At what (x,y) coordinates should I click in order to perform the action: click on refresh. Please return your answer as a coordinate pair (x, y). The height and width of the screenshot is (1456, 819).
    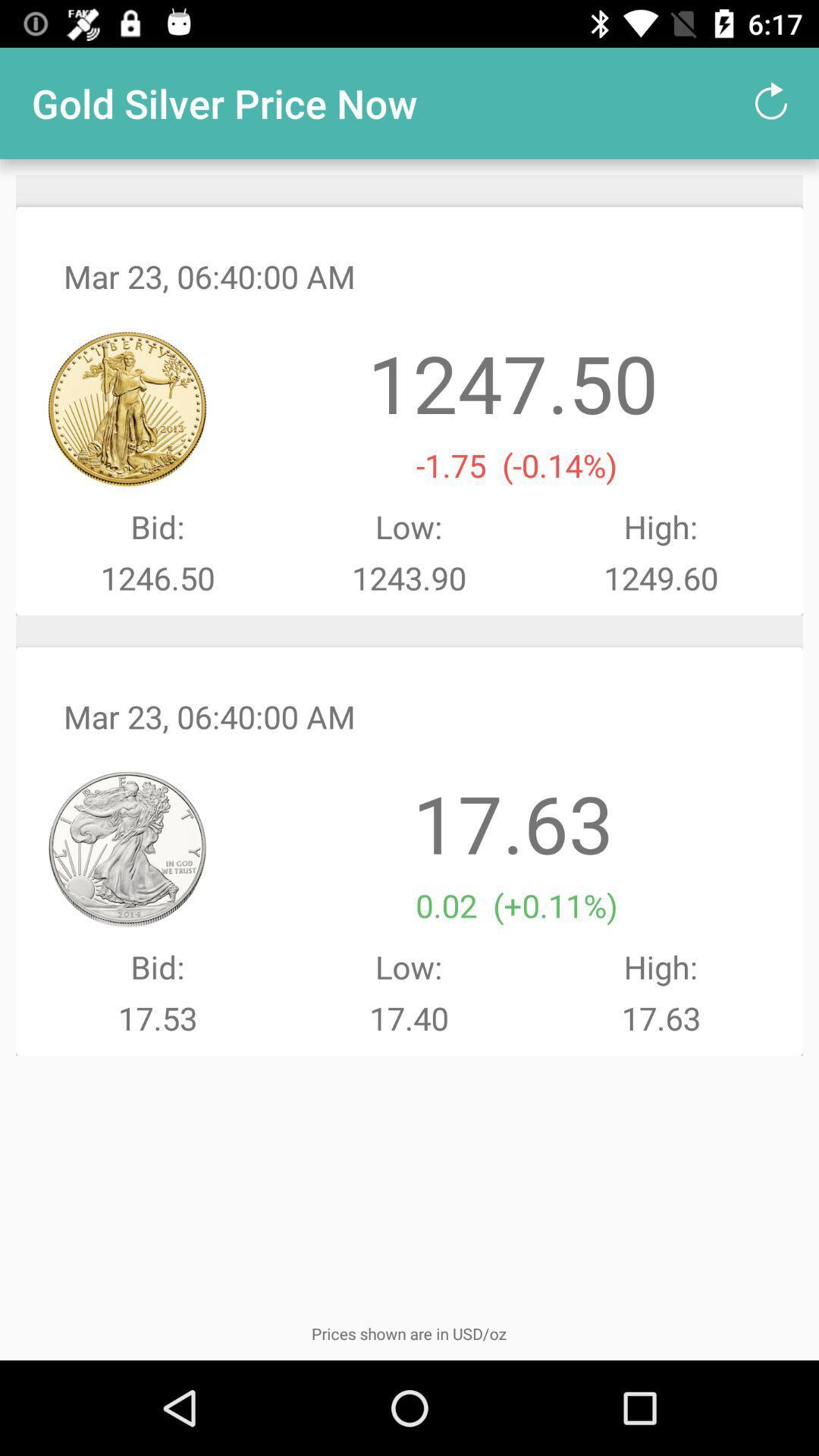
    Looking at the image, I should click on (771, 102).